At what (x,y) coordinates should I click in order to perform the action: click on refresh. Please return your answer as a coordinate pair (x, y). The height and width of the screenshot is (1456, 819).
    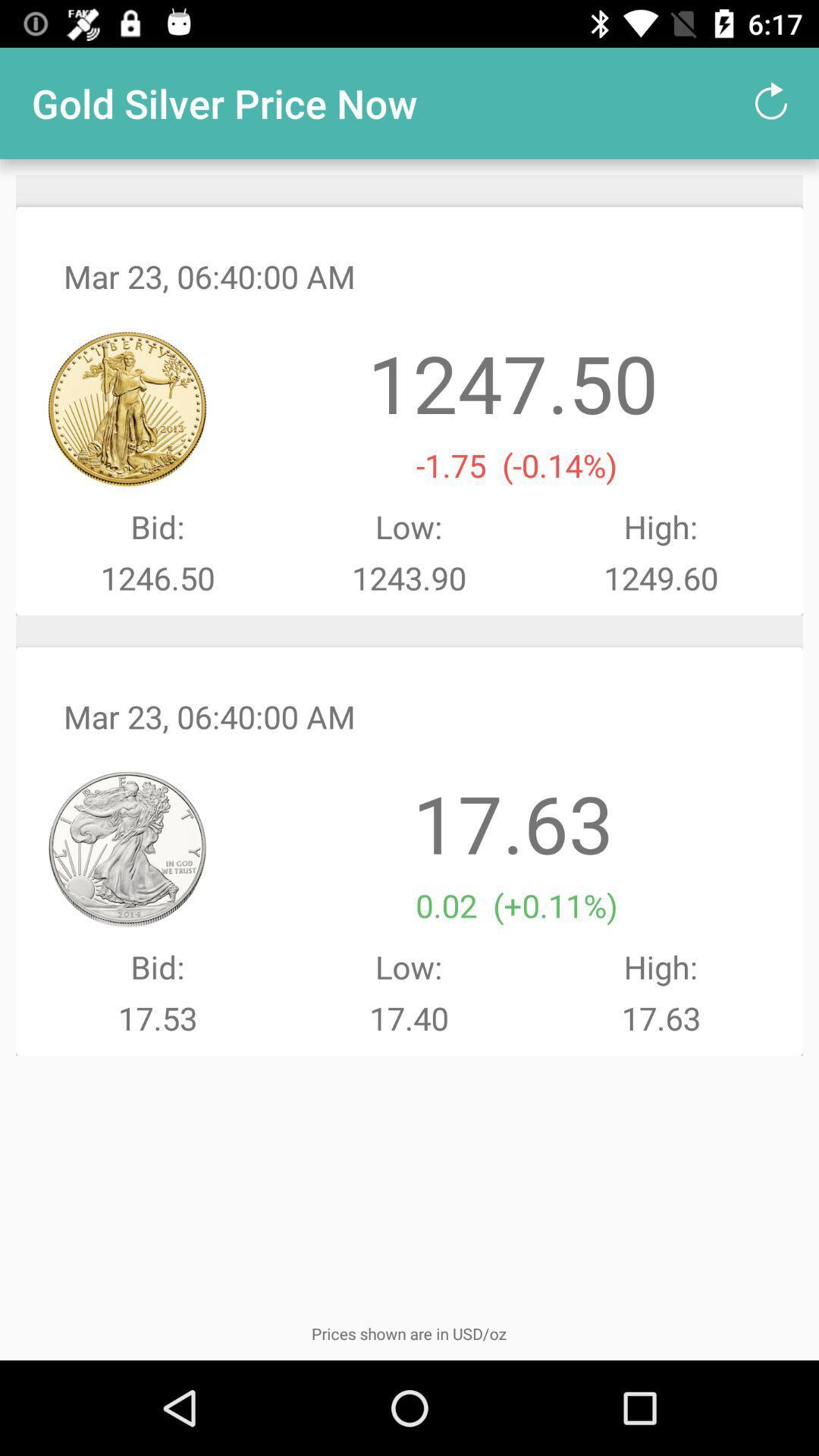
    Looking at the image, I should click on (771, 102).